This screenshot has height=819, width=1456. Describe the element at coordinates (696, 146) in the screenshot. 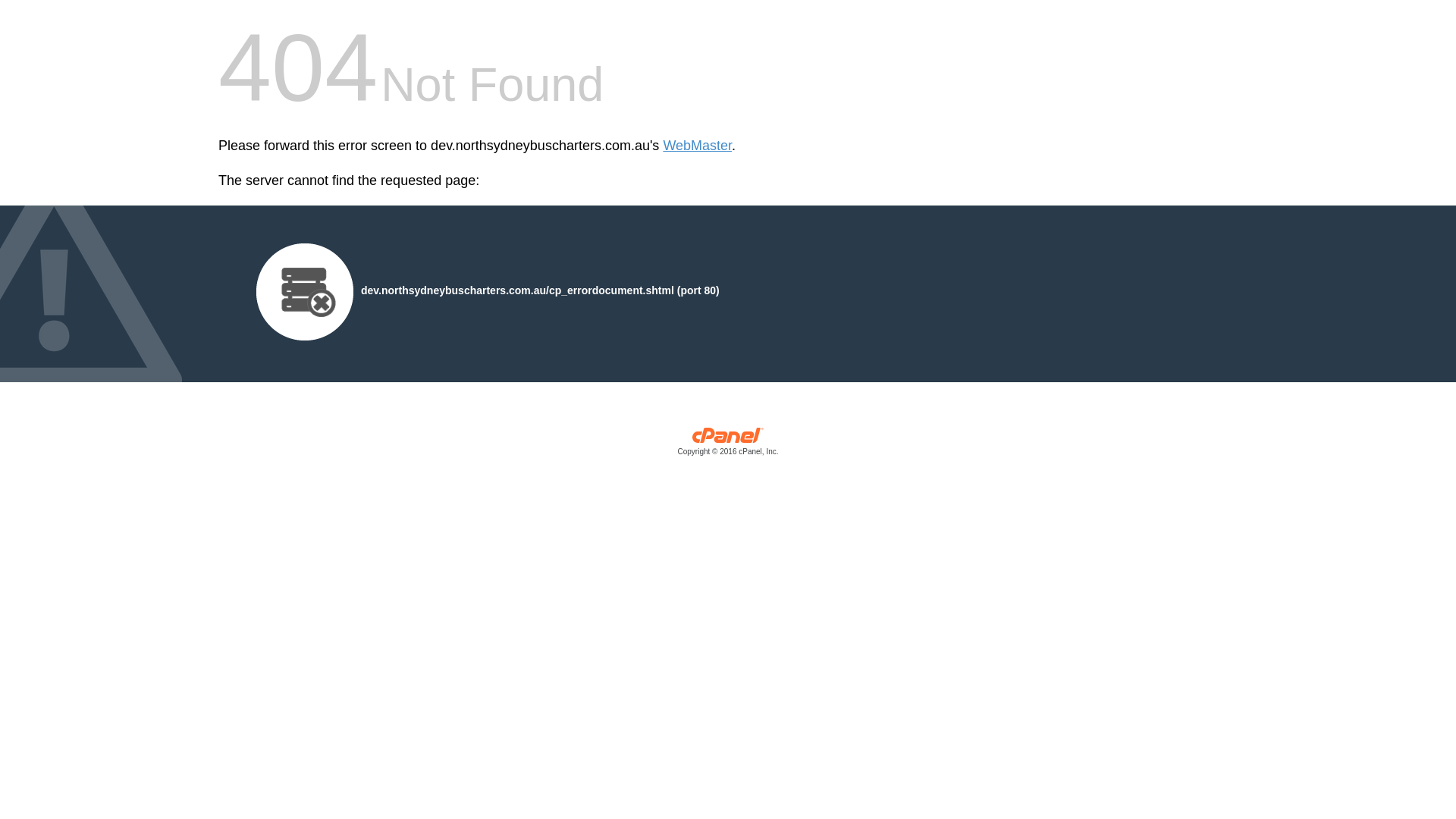

I see `'WebMaster'` at that location.